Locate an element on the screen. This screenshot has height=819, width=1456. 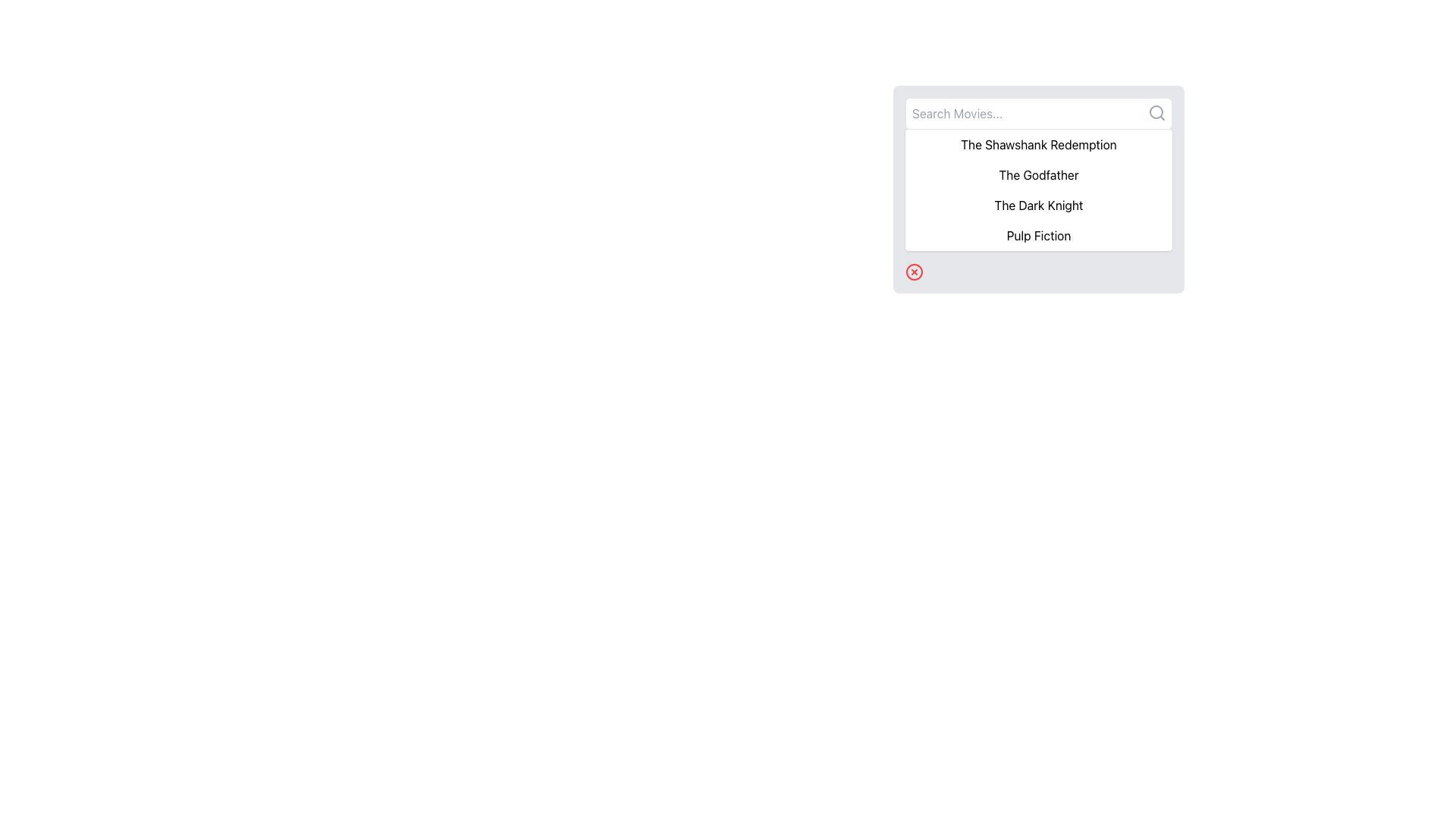
the list item displaying 'The Godfather' in bold style is located at coordinates (1037, 174).